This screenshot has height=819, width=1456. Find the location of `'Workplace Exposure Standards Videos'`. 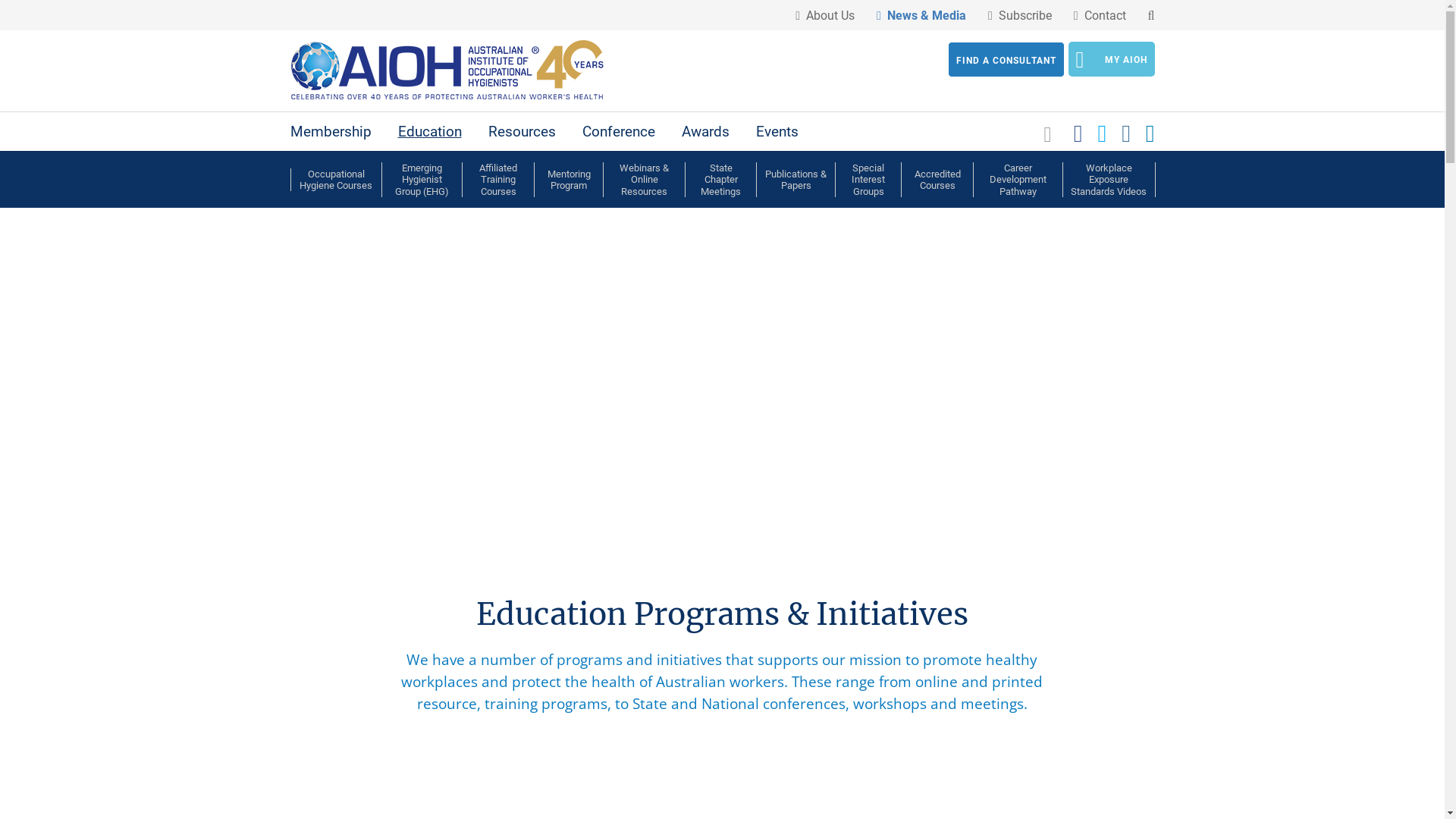

'Workplace Exposure Standards Videos' is located at coordinates (1069, 178).